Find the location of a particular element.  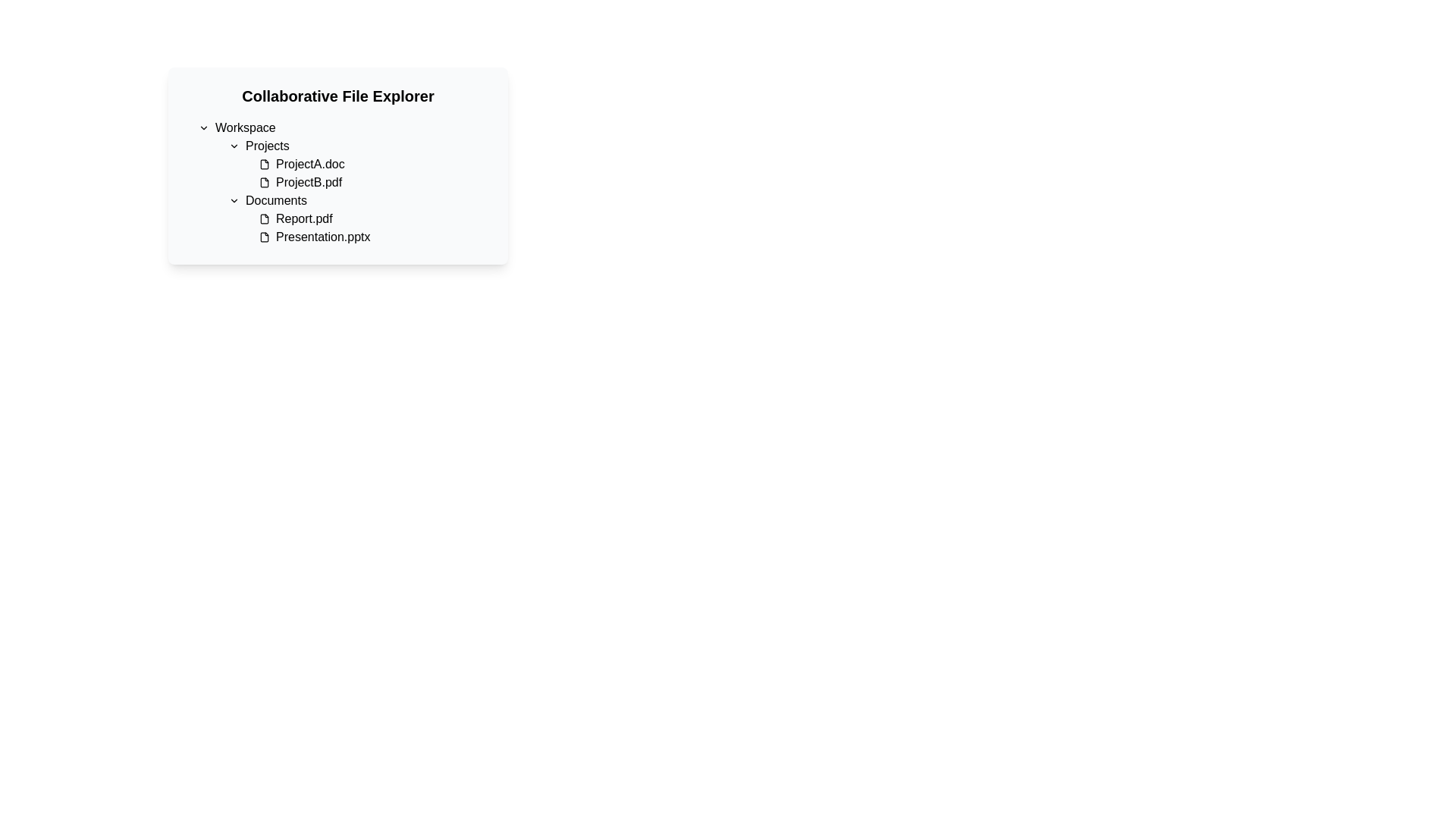

the 'Projects' text label which features a medium font weight and is located next to a downward-facing chevron icon, indicating additional options is located at coordinates (267, 146).